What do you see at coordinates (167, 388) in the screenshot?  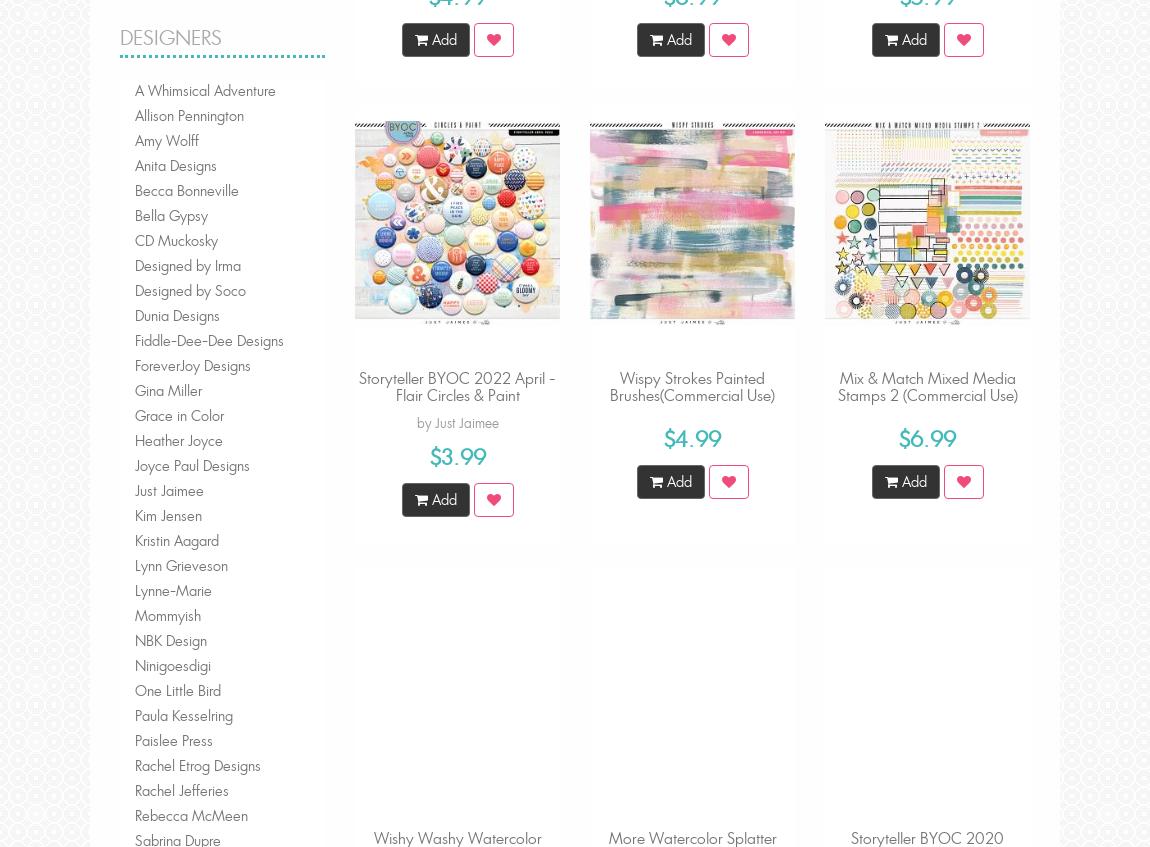 I see `'Gina Miller'` at bounding box center [167, 388].